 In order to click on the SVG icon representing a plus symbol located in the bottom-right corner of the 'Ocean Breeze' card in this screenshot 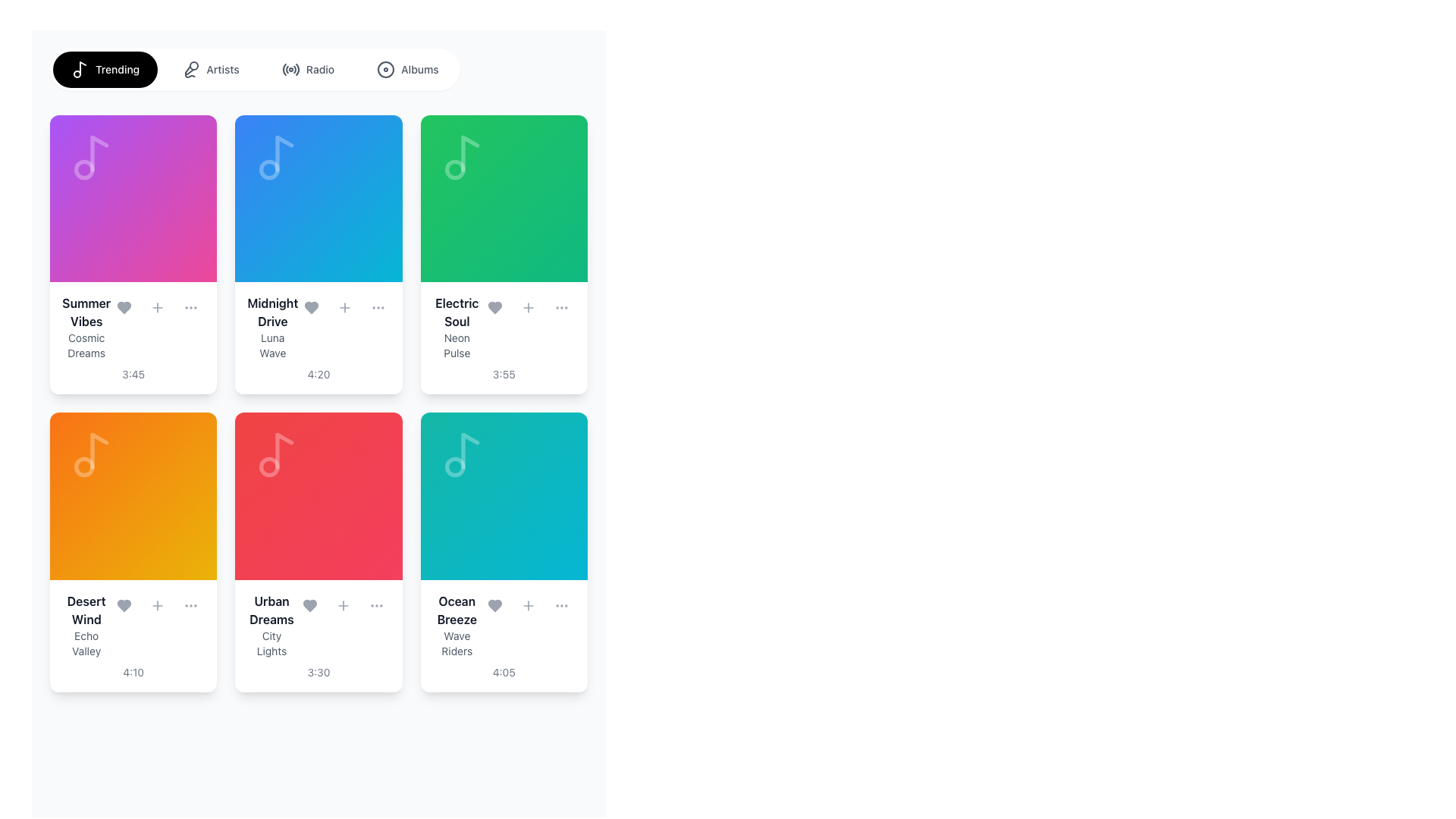, I will do `click(528, 604)`.